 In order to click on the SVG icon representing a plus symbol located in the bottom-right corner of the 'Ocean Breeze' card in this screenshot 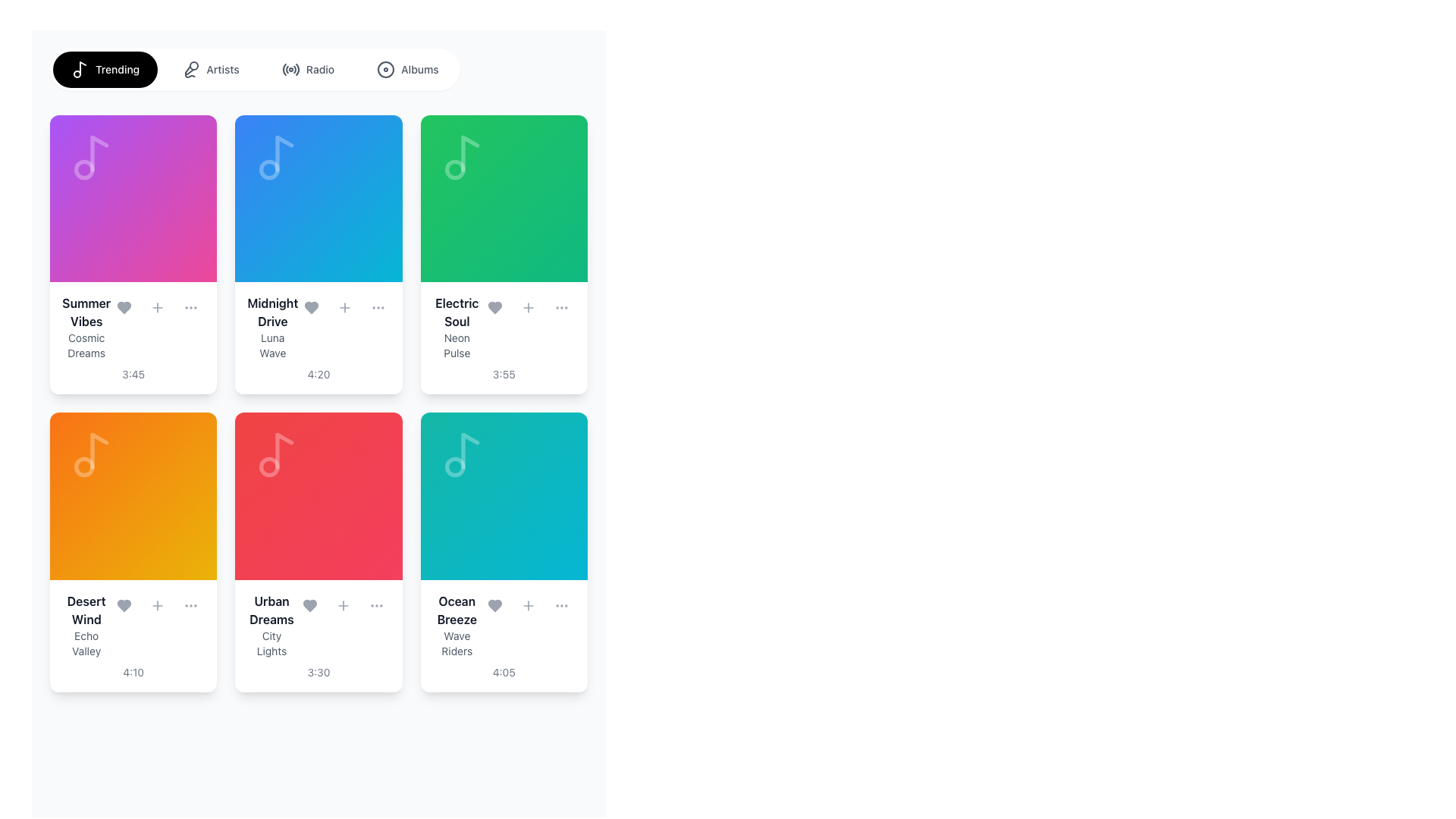, I will do `click(528, 604)`.